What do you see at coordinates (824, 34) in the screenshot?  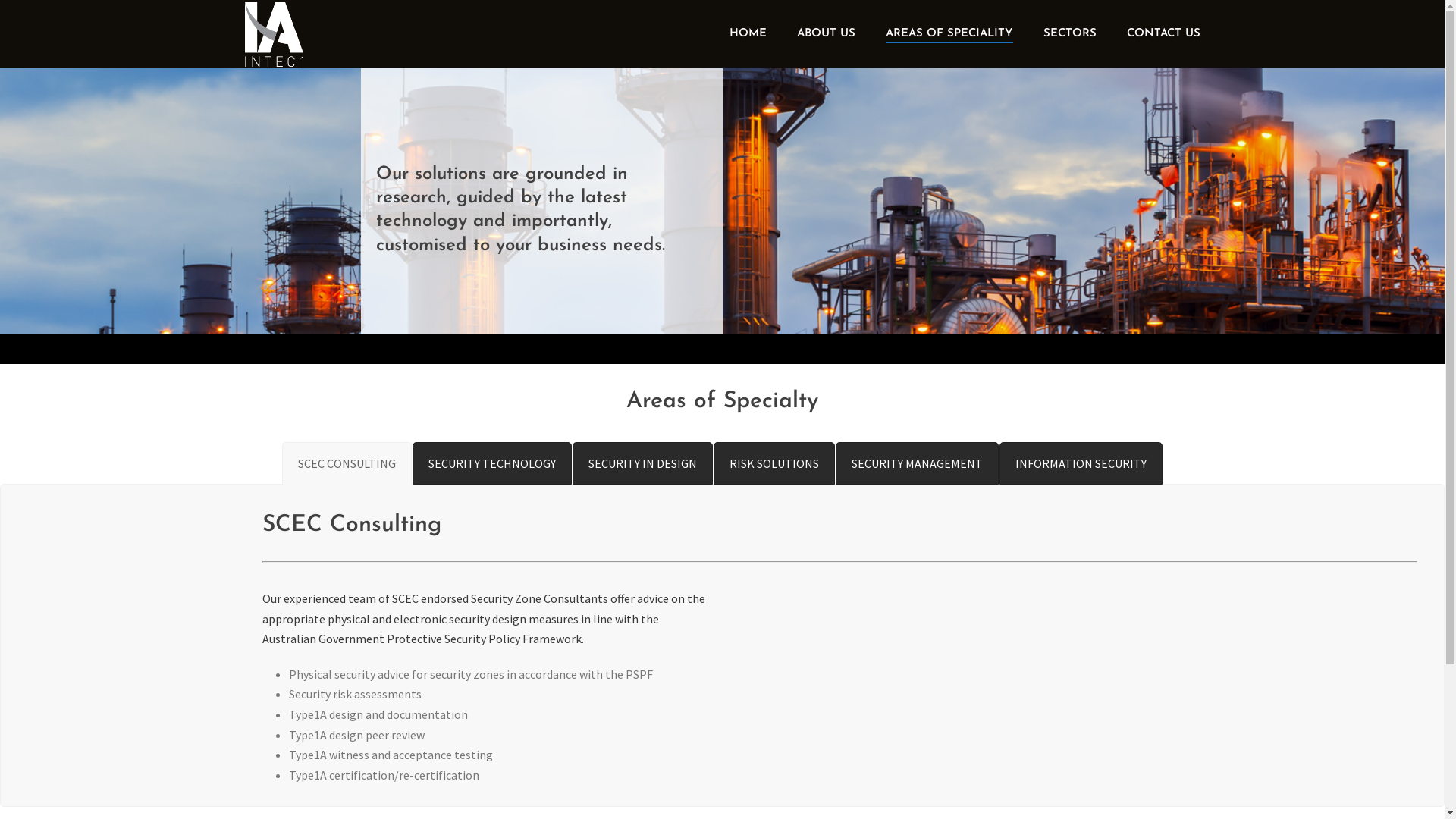 I see `'ABOUT US'` at bounding box center [824, 34].